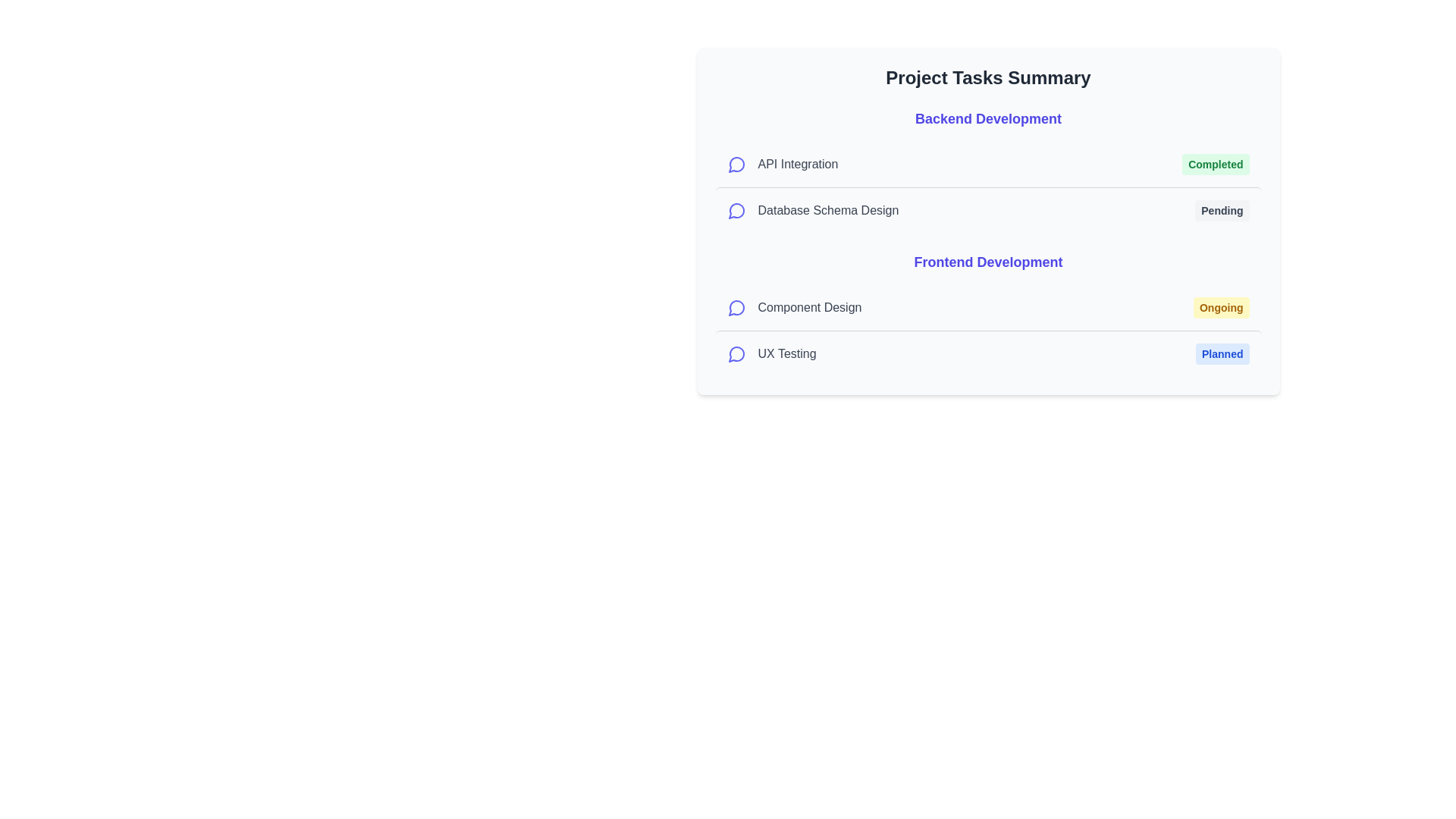 This screenshot has width=1456, height=819. Describe the element at coordinates (797, 164) in the screenshot. I see `the label that describes a list item, located immediately to the right of a distinctive indigo-blue speech bubble icon` at that location.